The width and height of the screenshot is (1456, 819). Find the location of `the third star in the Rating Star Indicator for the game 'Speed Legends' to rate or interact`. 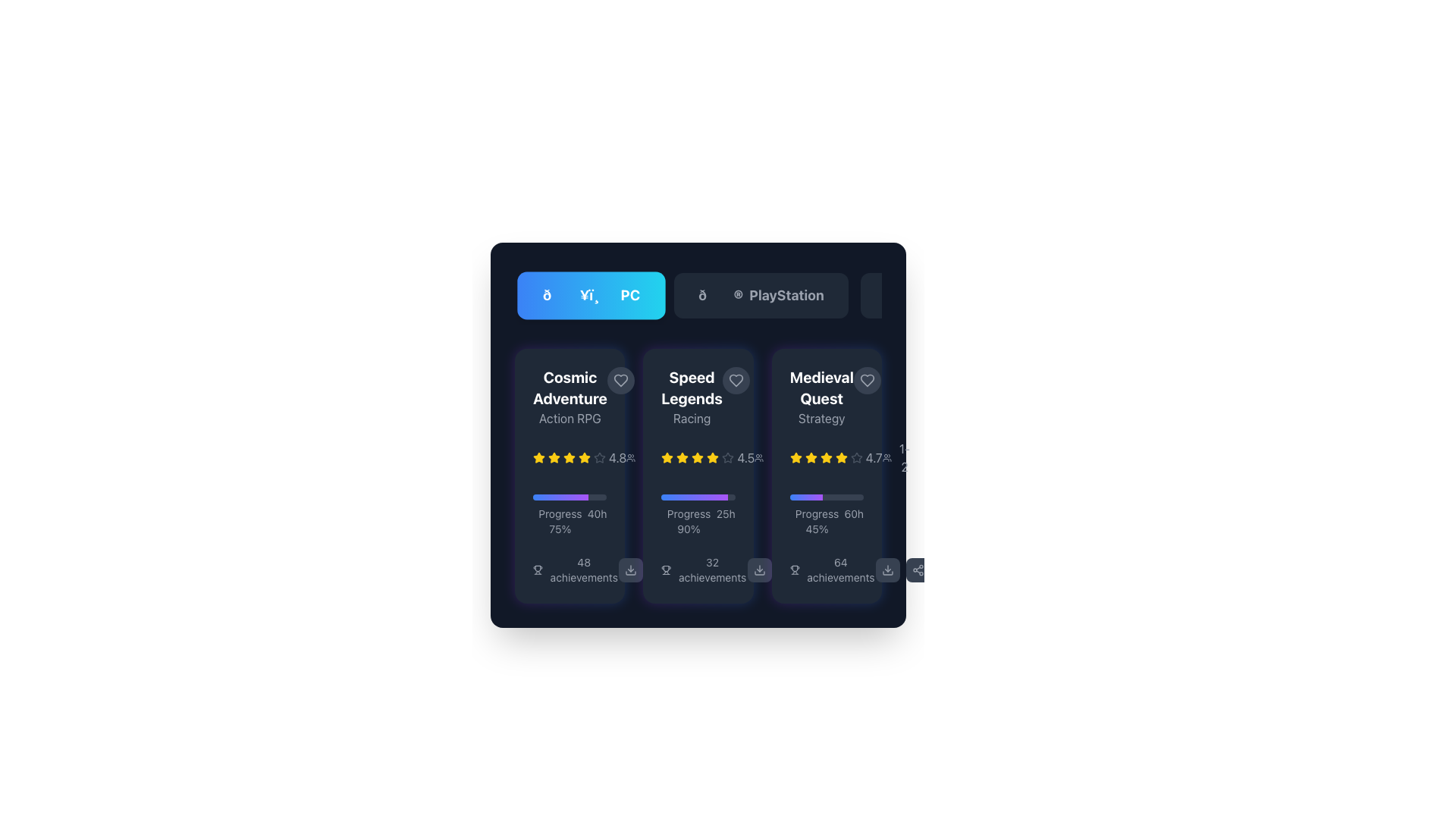

the third star in the Rating Star Indicator for the game 'Speed Legends' to rate or interact is located at coordinates (712, 457).